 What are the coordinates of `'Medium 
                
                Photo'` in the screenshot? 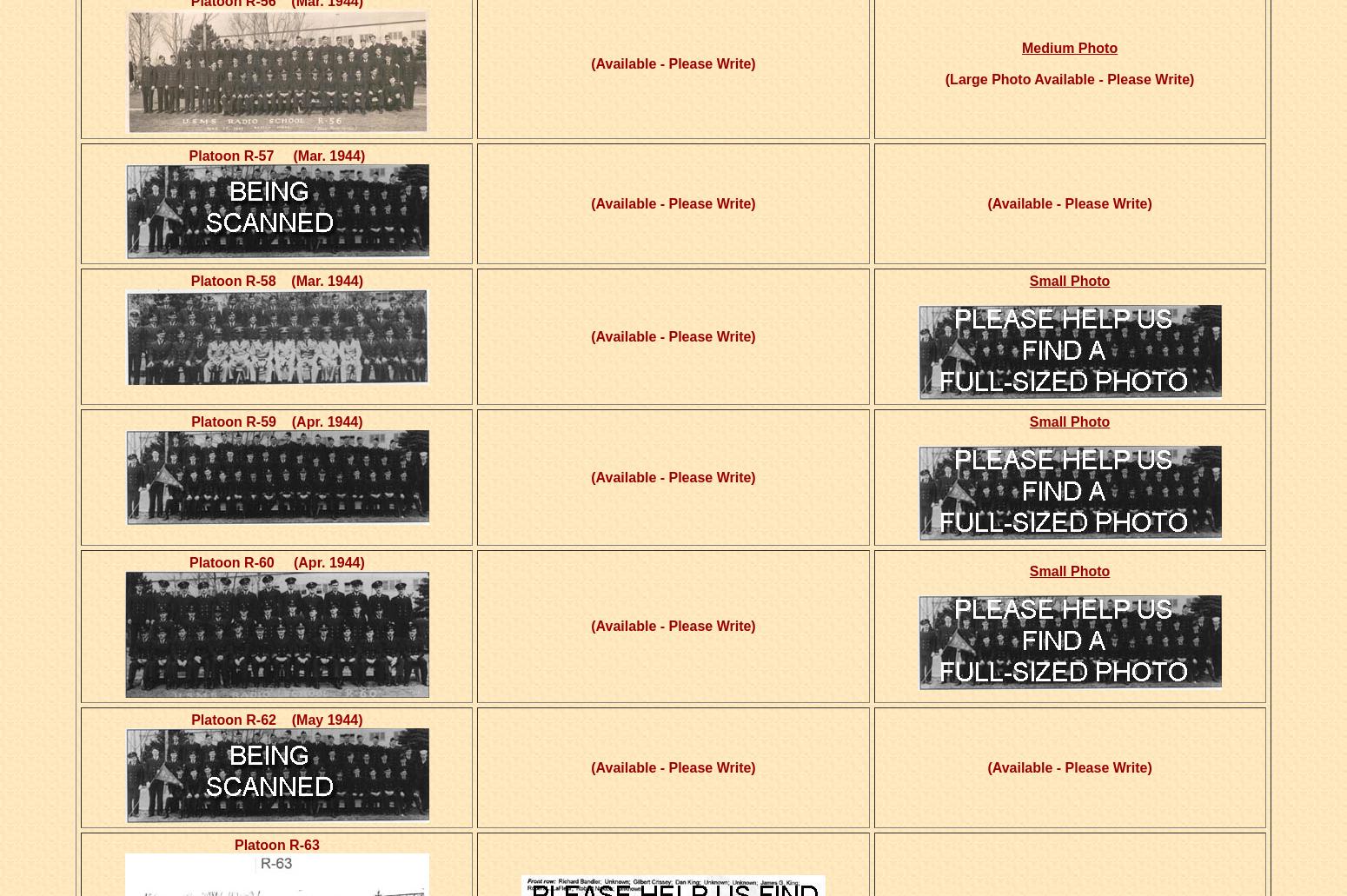 It's located at (1069, 47).